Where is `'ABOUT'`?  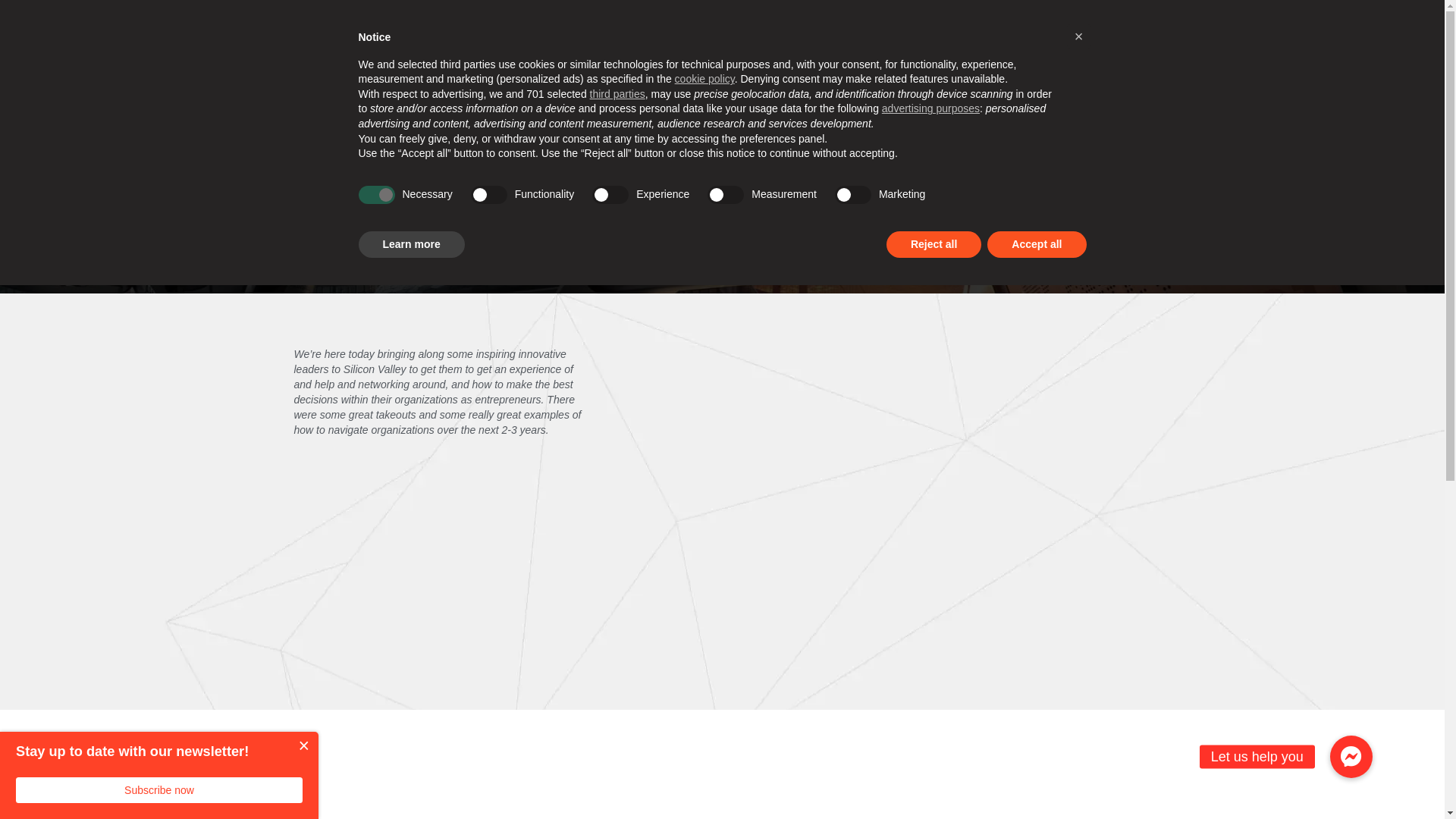 'ABOUT' is located at coordinates (366, 20).